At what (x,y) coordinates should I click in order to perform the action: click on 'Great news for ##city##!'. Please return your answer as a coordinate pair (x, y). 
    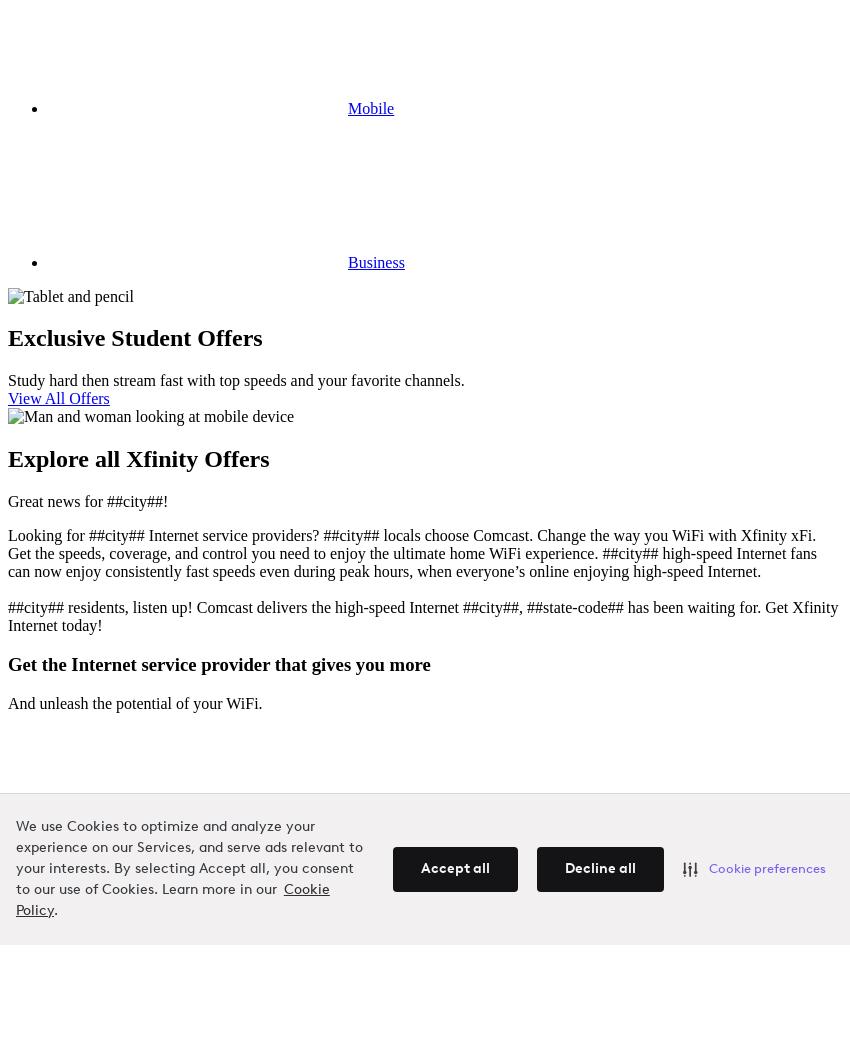
    Looking at the image, I should click on (6, 501).